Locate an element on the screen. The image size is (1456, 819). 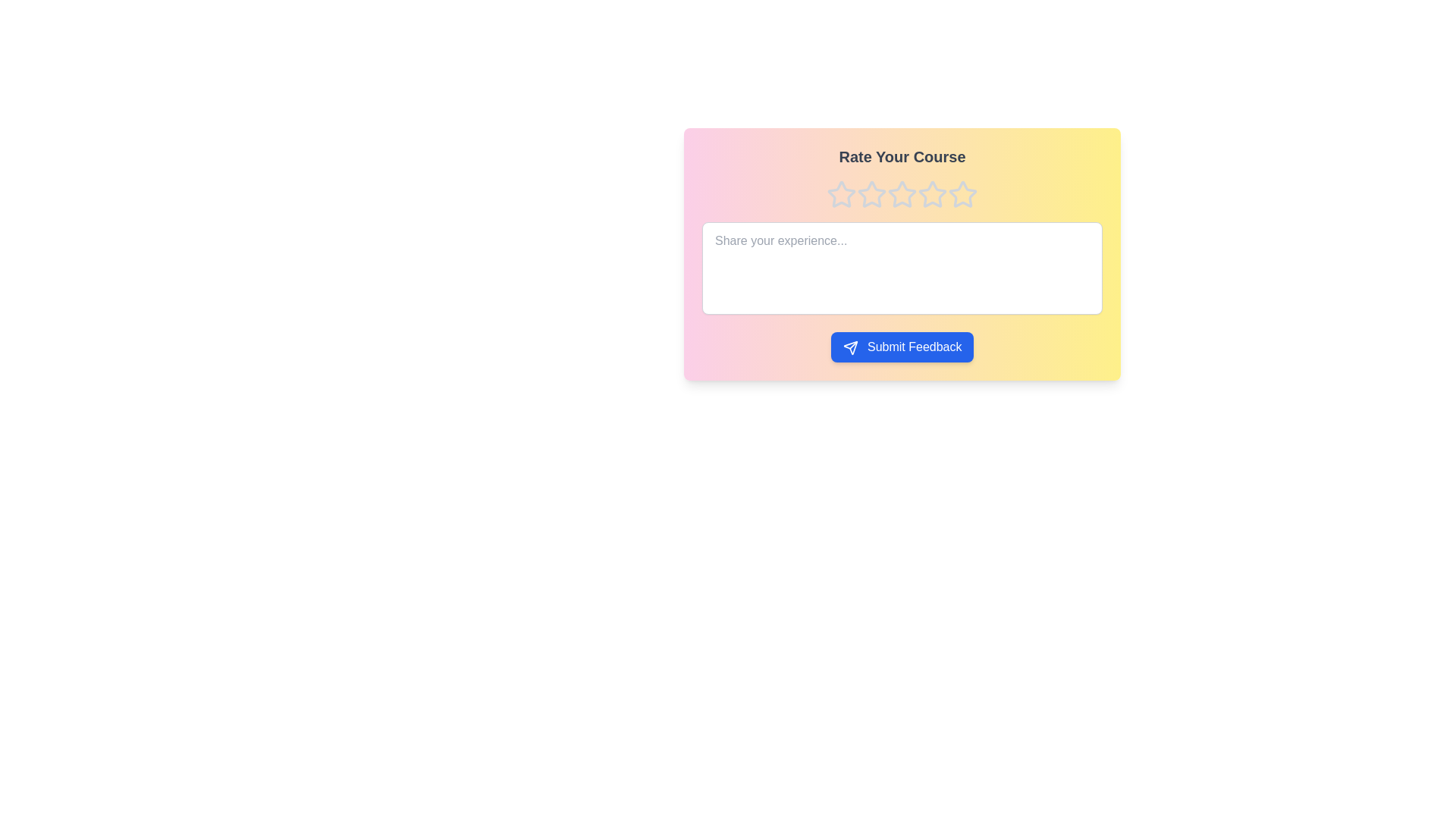
the decorative icon within the 'Submit Feedback' button, which is positioned to the left of the button's text is located at coordinates (850, 347).